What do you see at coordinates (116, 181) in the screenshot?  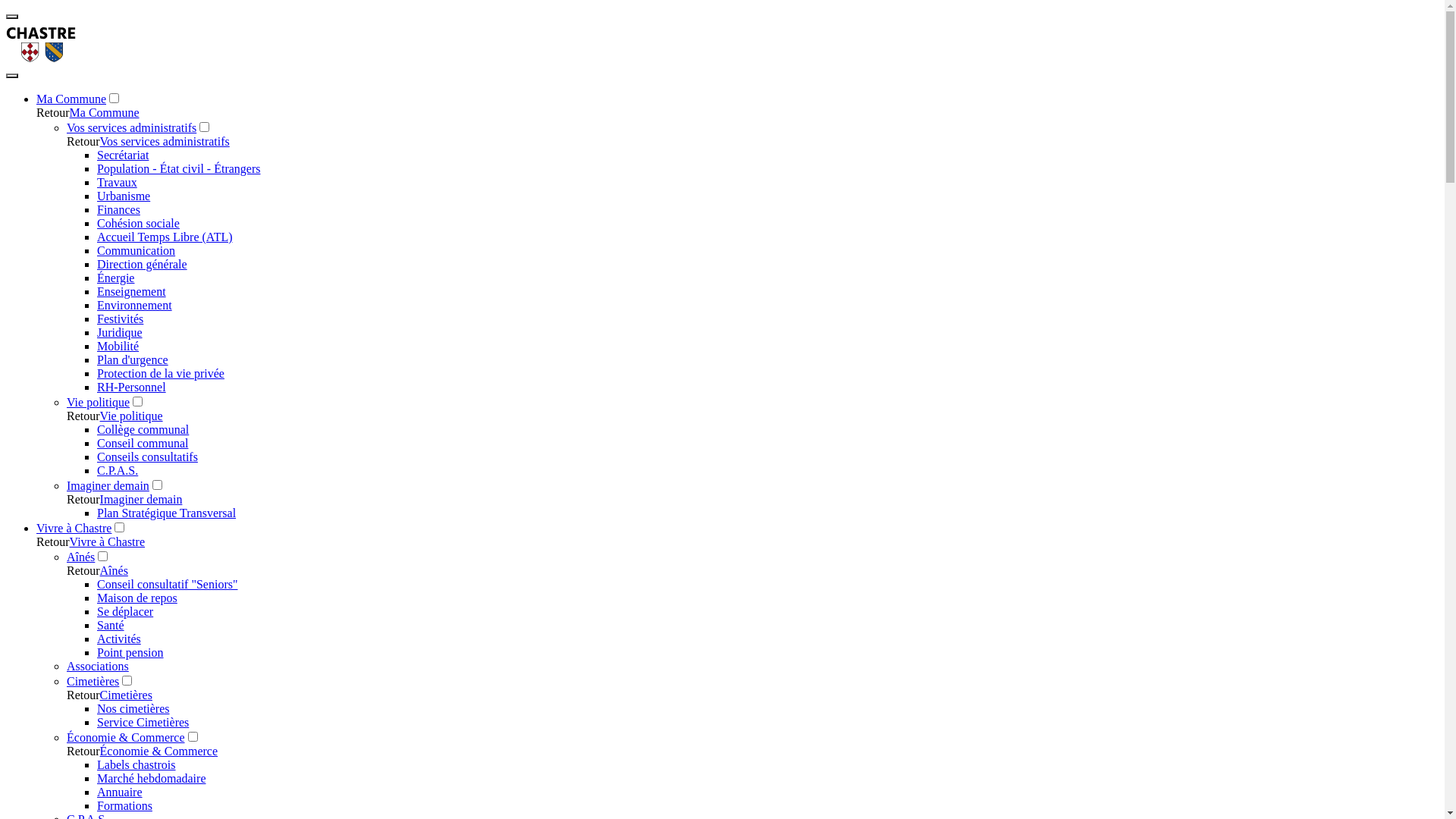 I see `'Travaux'` at bounding box center [116, 181].